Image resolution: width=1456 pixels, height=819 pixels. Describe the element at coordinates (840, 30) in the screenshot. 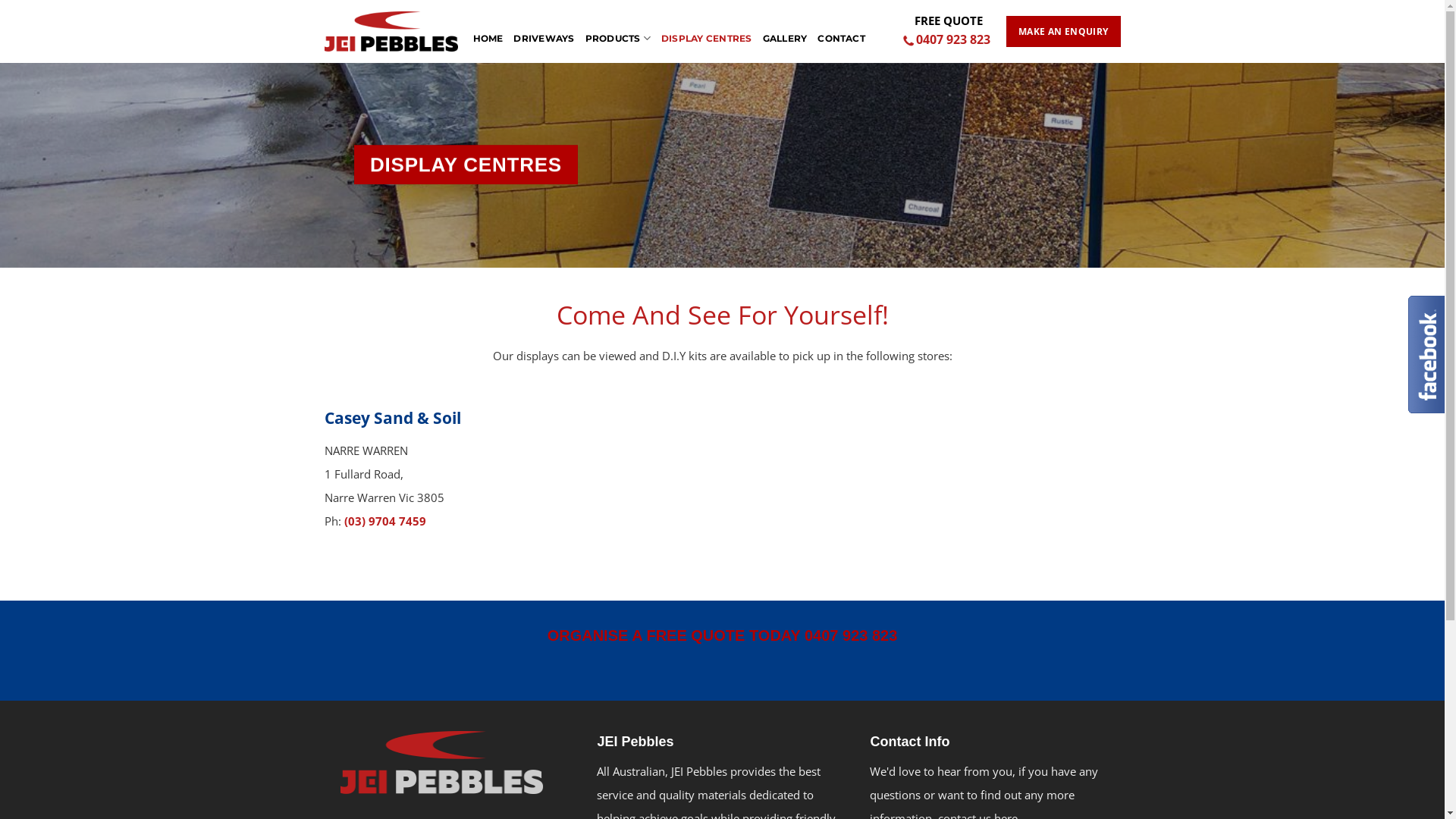

I see `'CONTACT'` at that location.